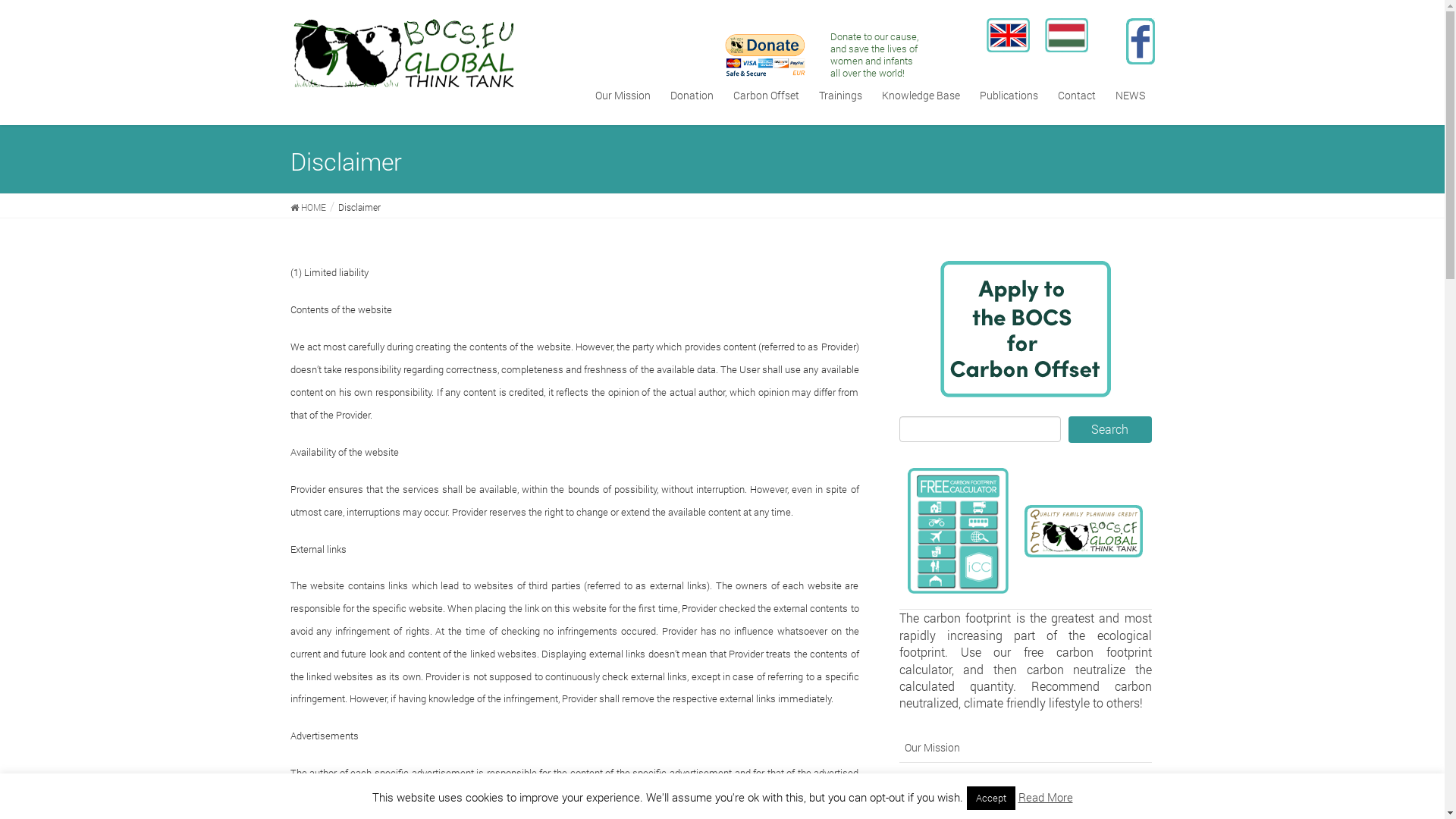 The height and width of the screenshot is (819, 1456). Describe the element at coordinates (766, 95) in the screenshot. I see `'Carbon Offset'` at that location.